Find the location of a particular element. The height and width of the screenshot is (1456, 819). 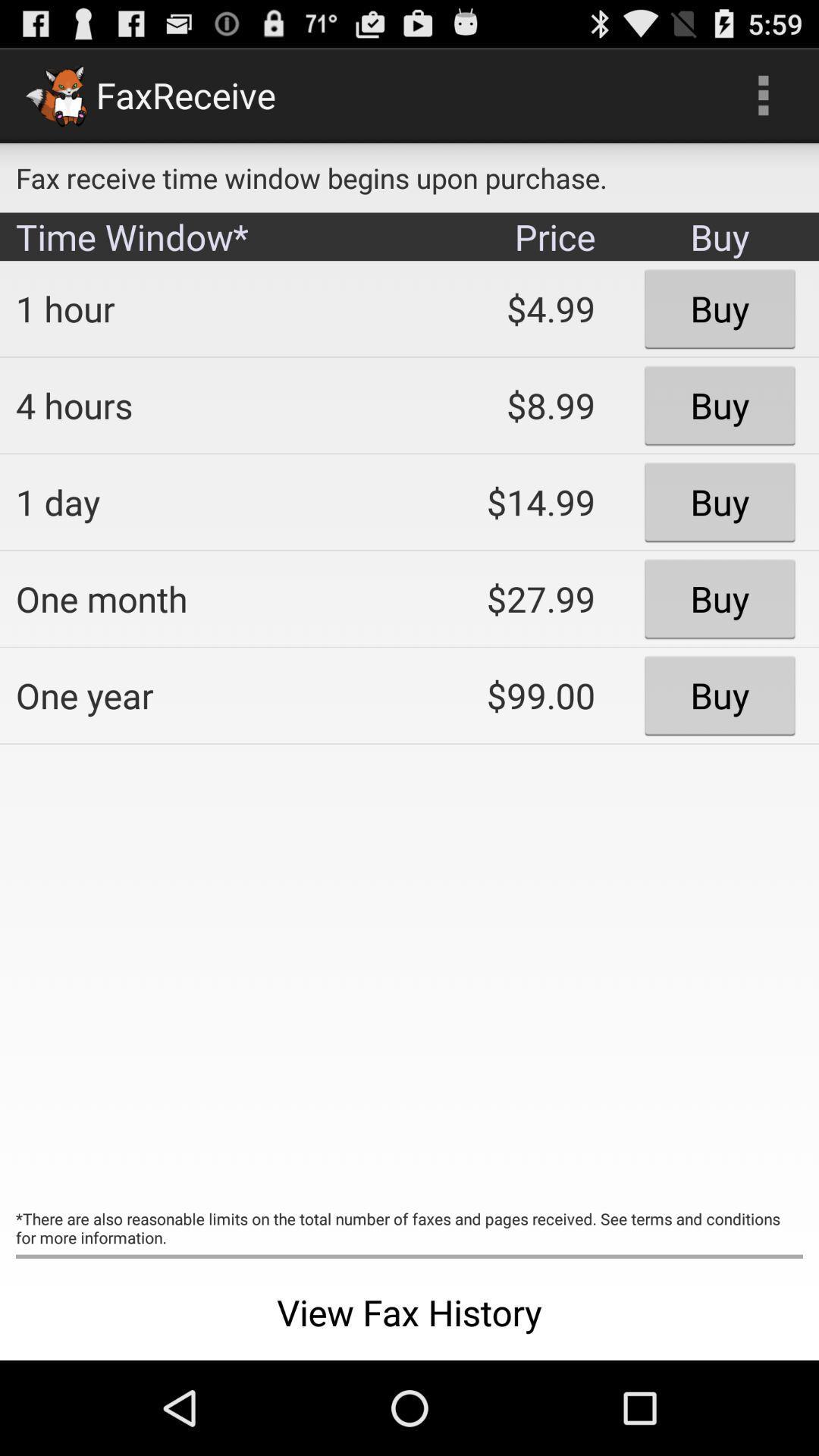

the icon next to $4.99 icon is located at coordinates (201, 405).